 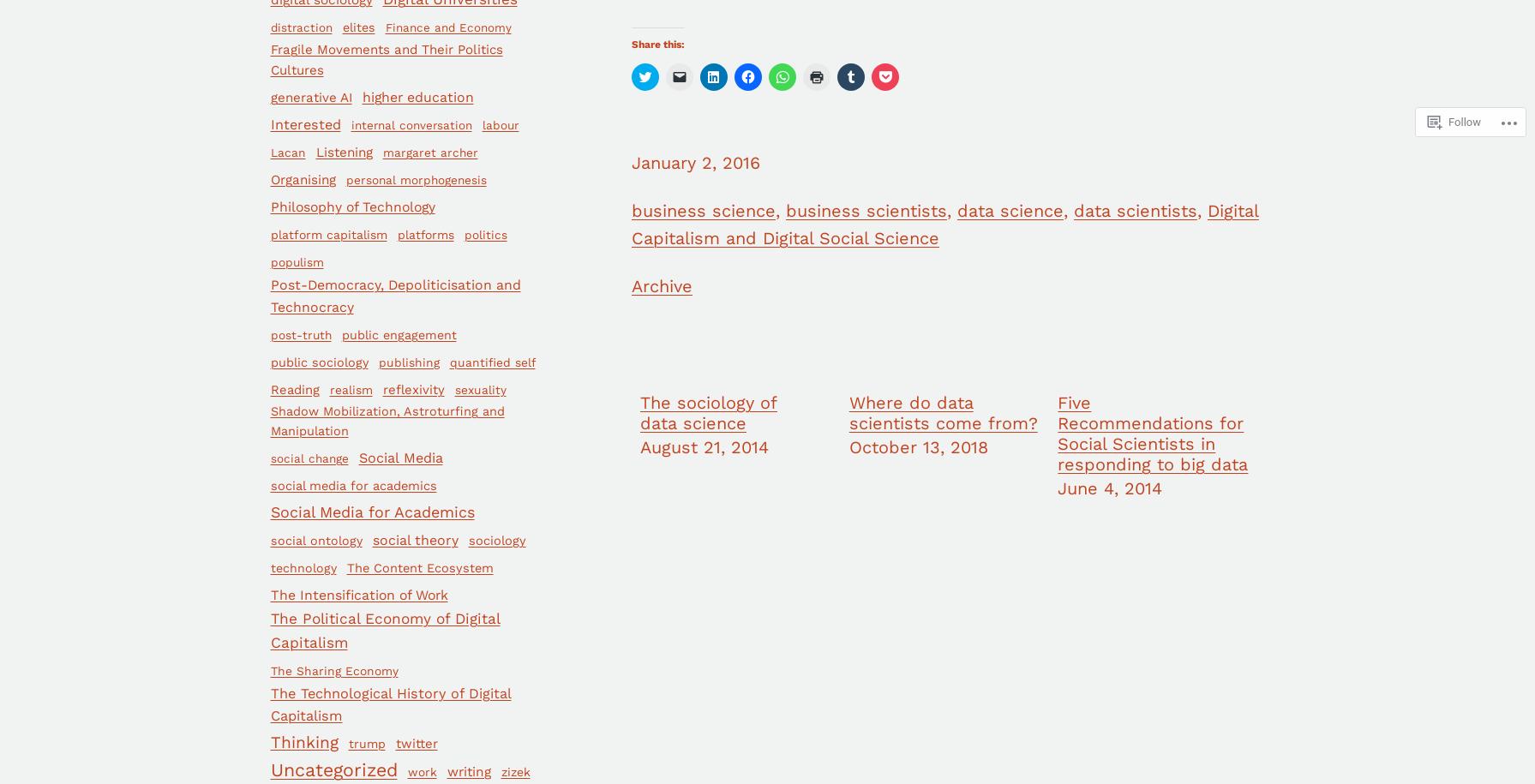 I want to click on 'June 4, 2014', so click(x=1109, y=487).